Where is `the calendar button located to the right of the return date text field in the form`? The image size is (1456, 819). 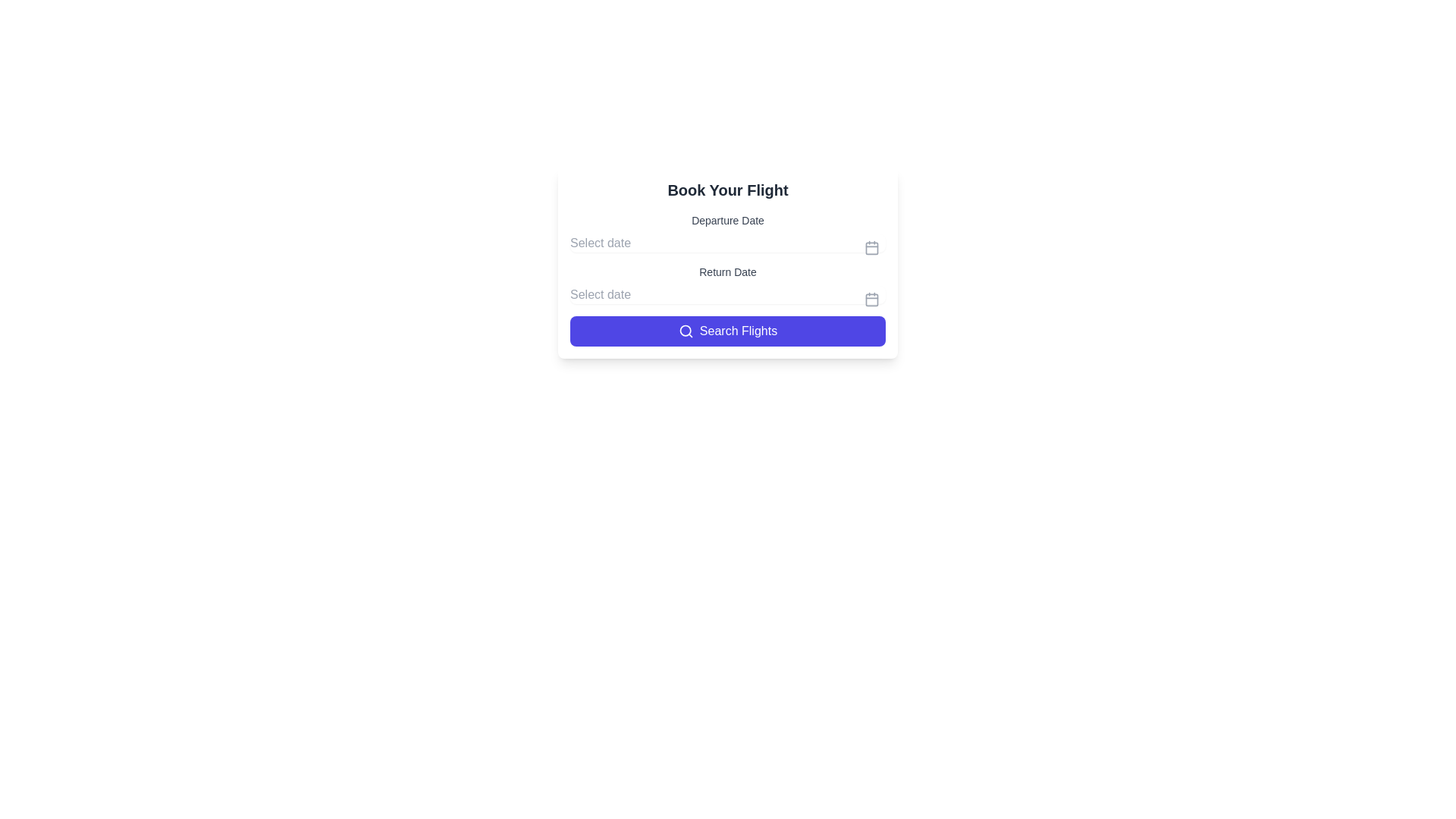 the calendar button located to the right of the return date text field in the form is located at coordinates (872, 299).